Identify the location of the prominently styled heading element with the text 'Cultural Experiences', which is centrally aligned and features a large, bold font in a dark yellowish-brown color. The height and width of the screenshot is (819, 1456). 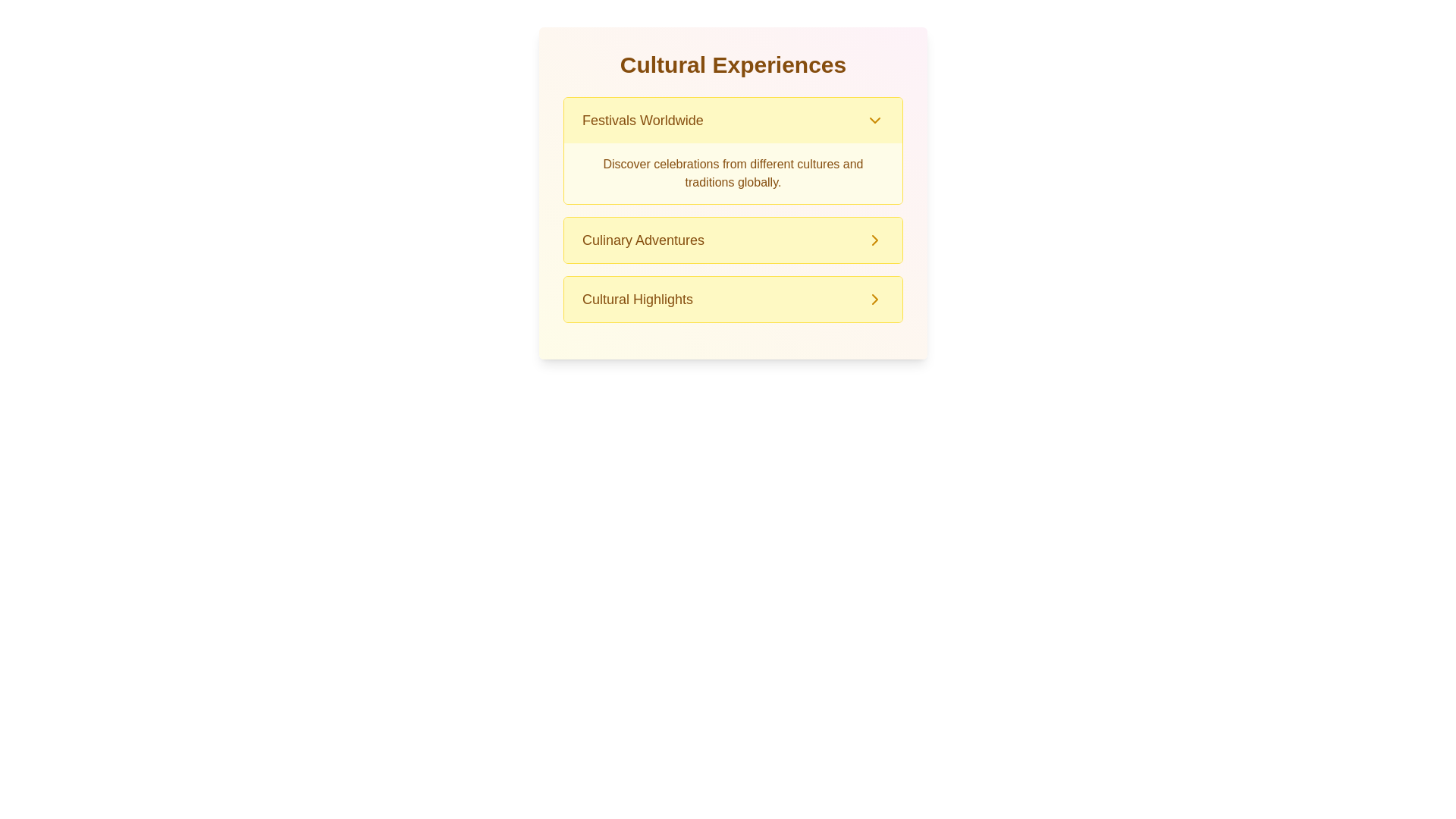
(733, 64).